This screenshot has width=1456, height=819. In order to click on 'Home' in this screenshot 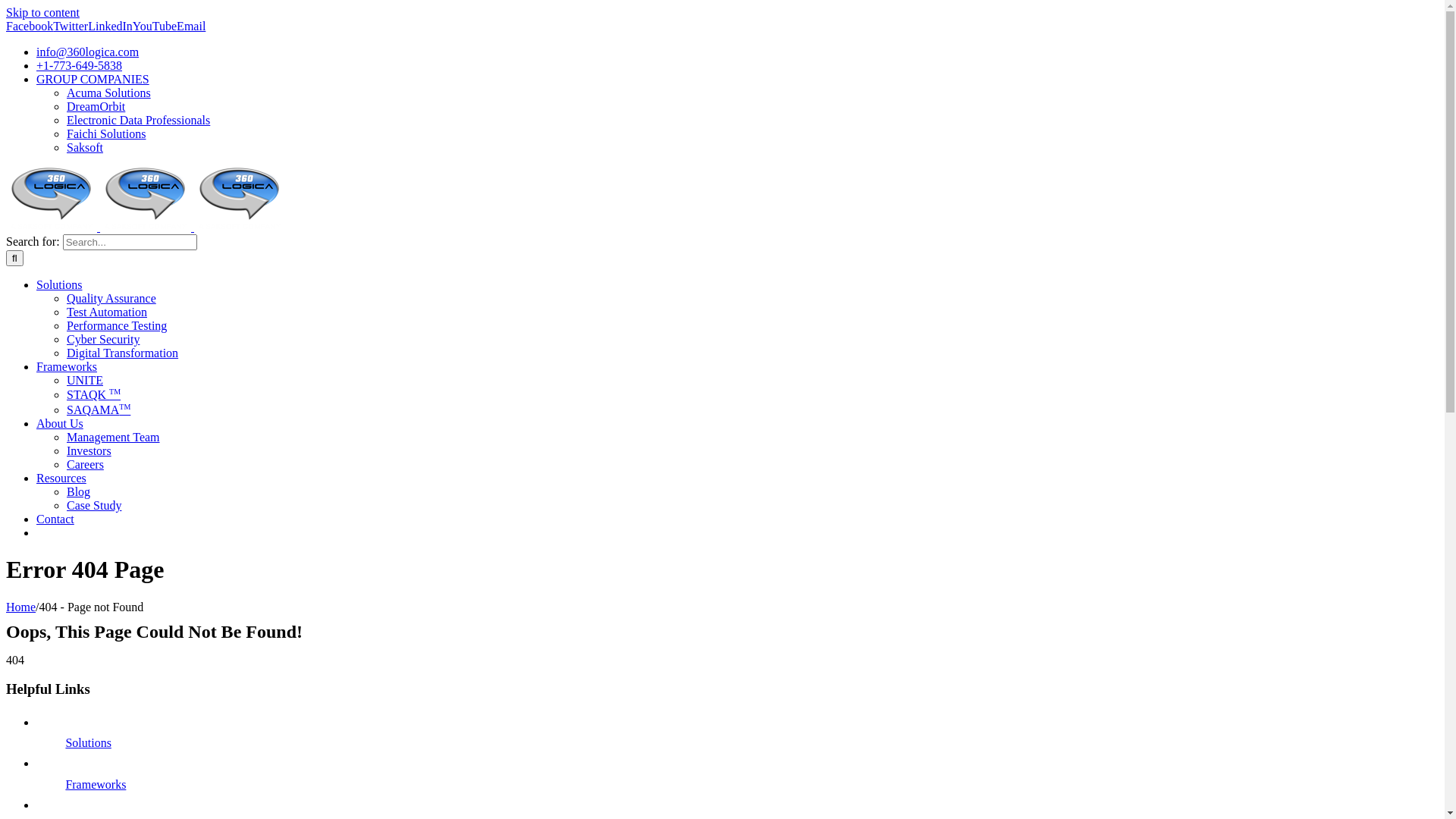, I will do `click(20, 606)`.